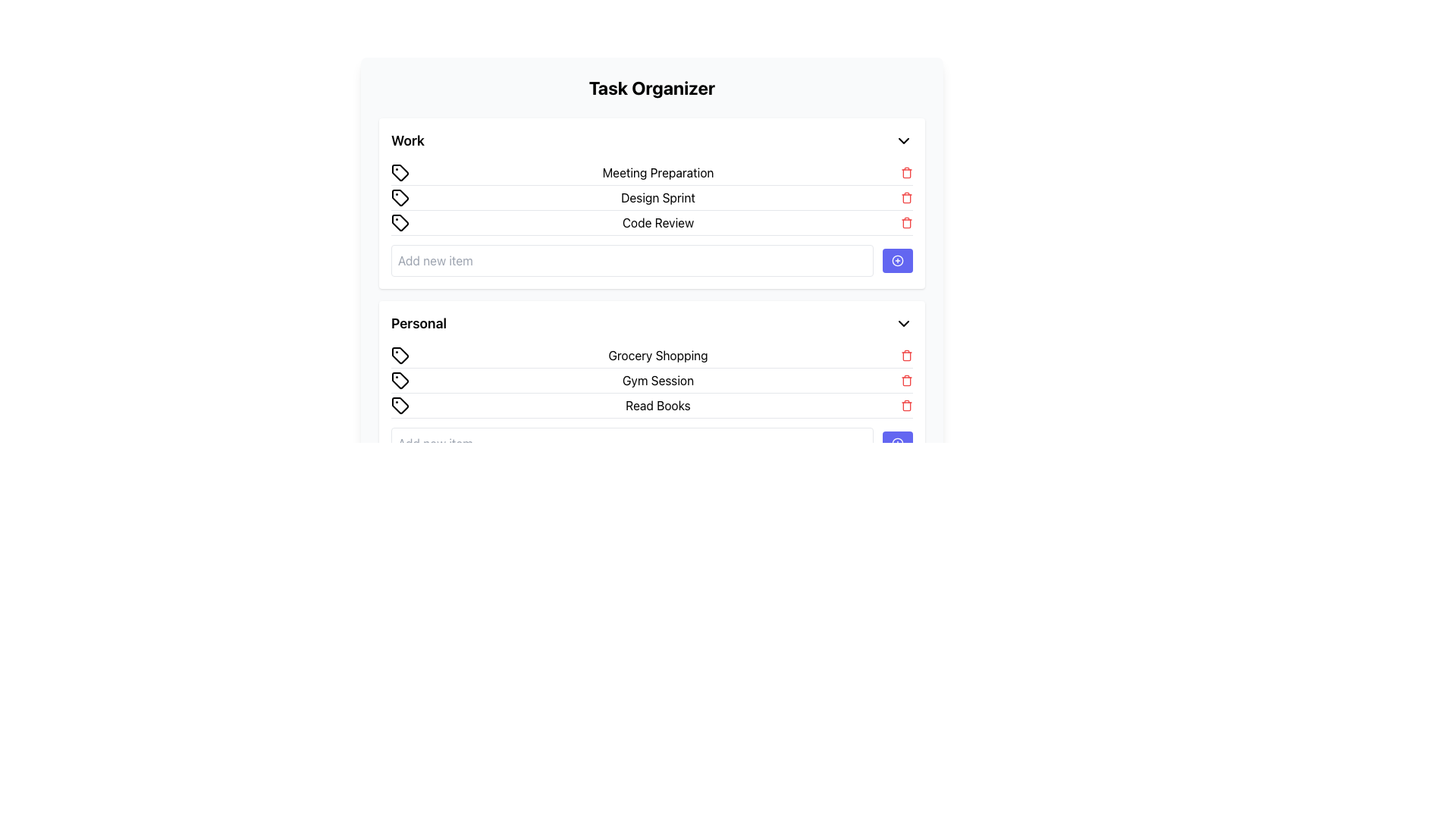 This screenshot has width=1456, height=819. What do you see at coordinates (651, 223) in the screenshot?
I see `the 'Code Review' task item in the 'Work' category for further options` at bounding box center [651, 223].